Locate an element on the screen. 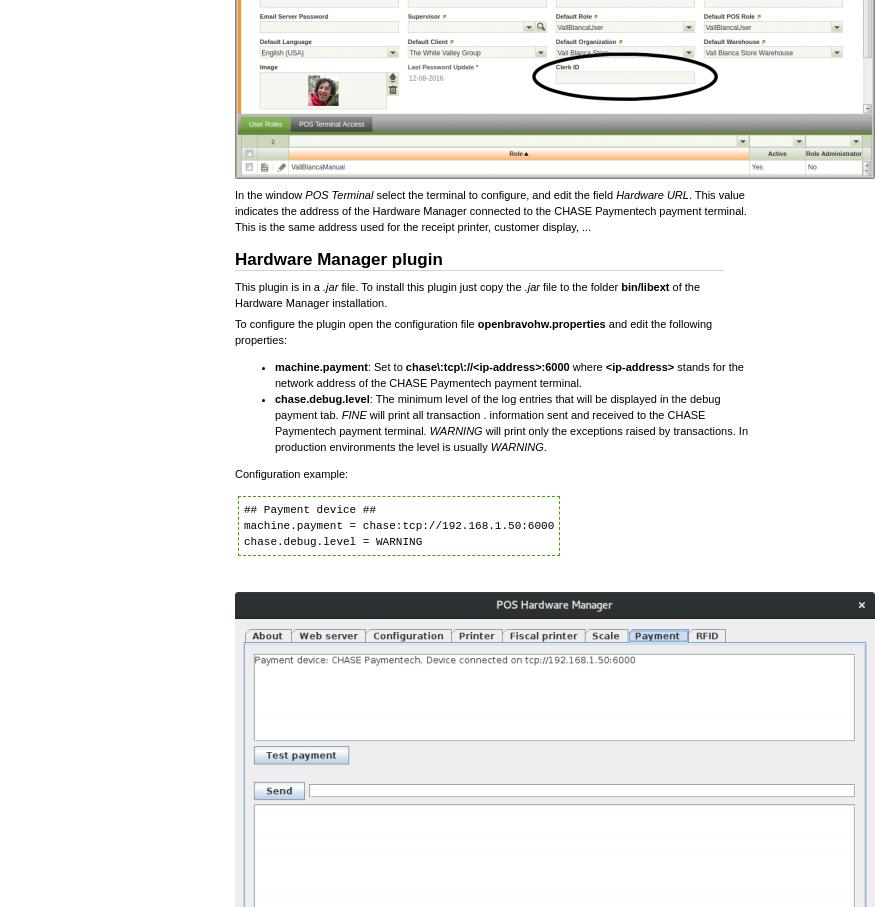 The image size is (875, 907). 'Hardware Manager plugin' is located at coordinates (338, 257).